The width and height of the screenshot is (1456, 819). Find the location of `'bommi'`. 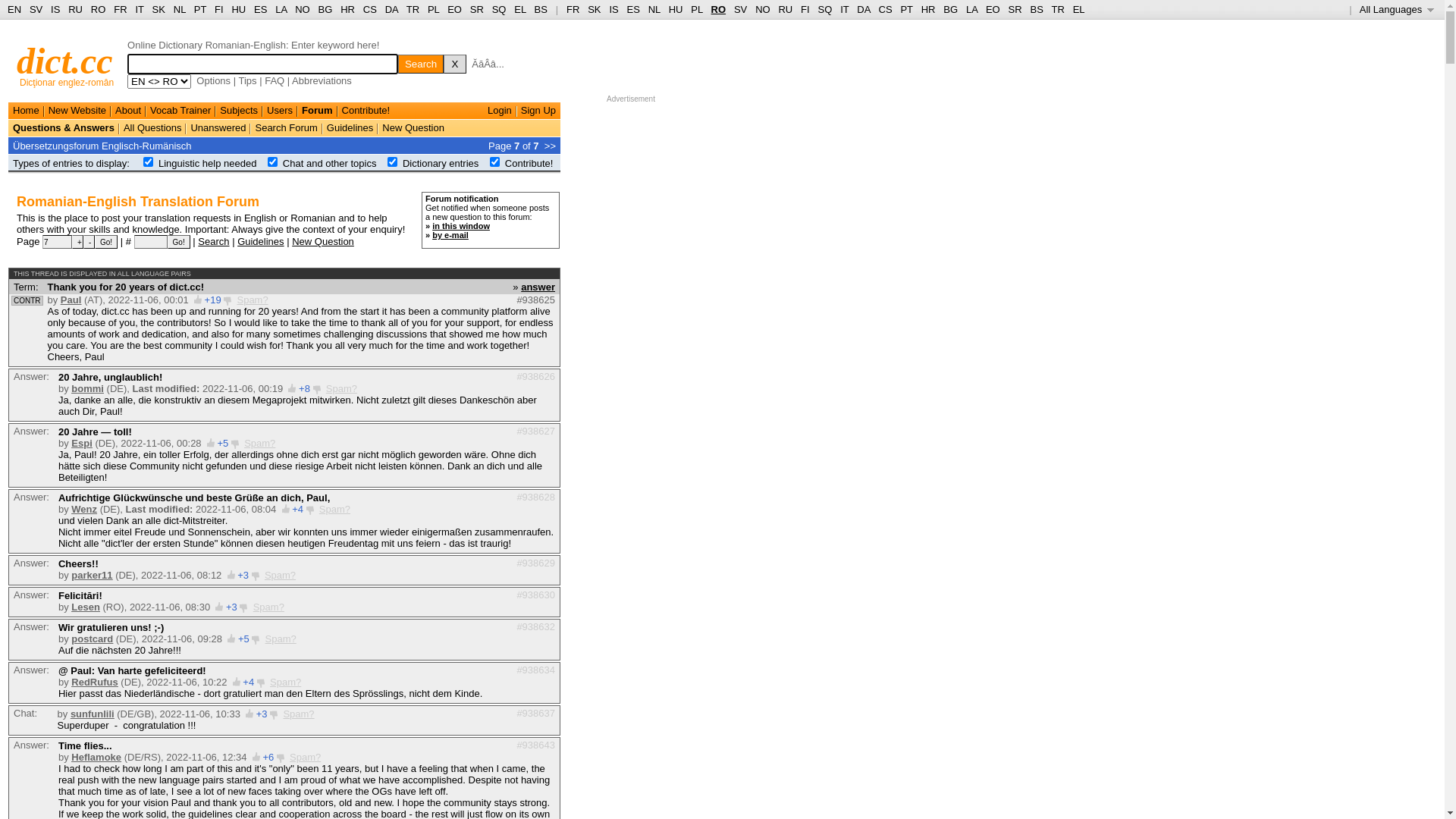

'bommi' is located at coordinates (86, 388).